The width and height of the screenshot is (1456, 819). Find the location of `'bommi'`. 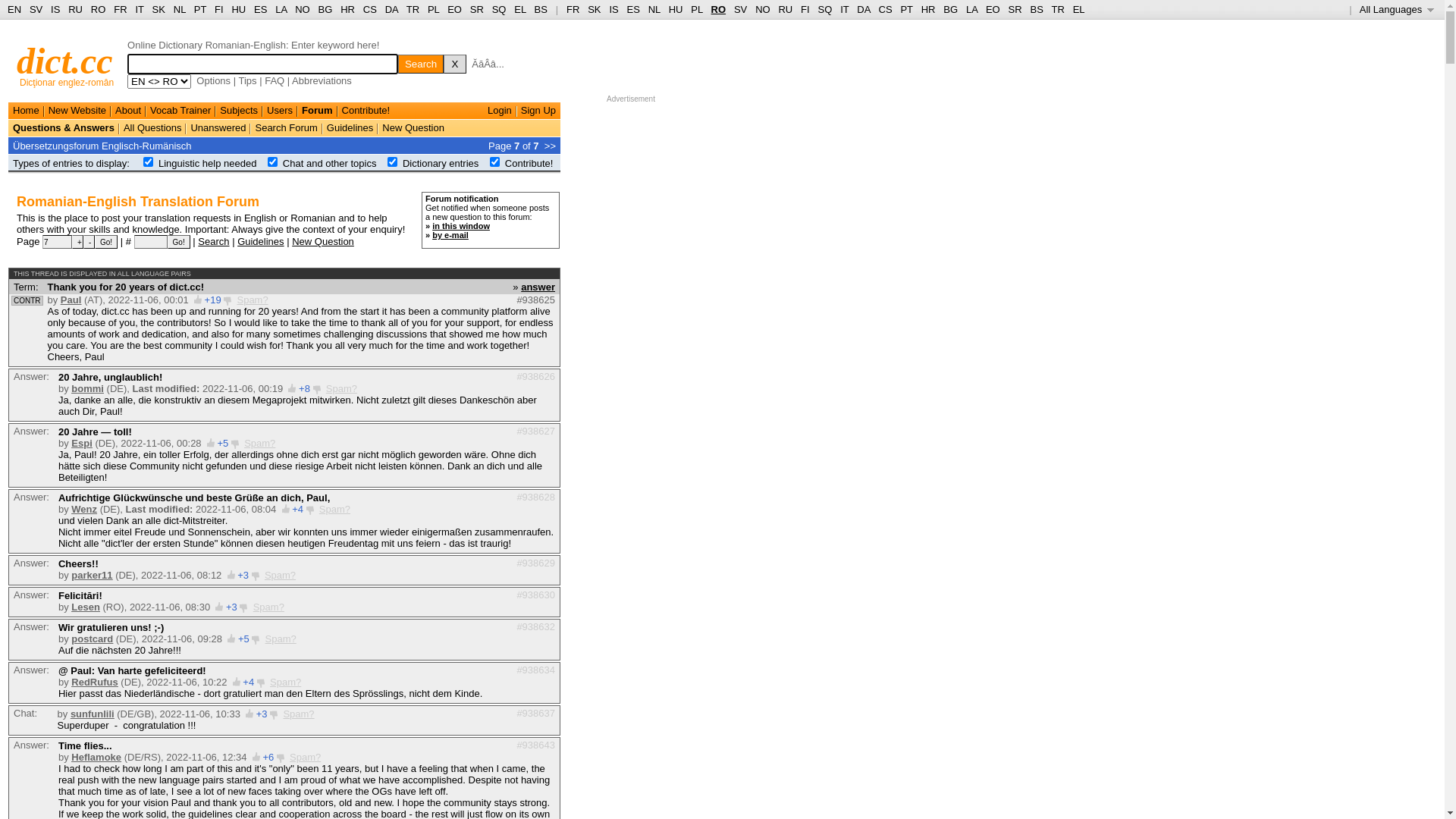

'bommi' is located at coordinates (86, 388).